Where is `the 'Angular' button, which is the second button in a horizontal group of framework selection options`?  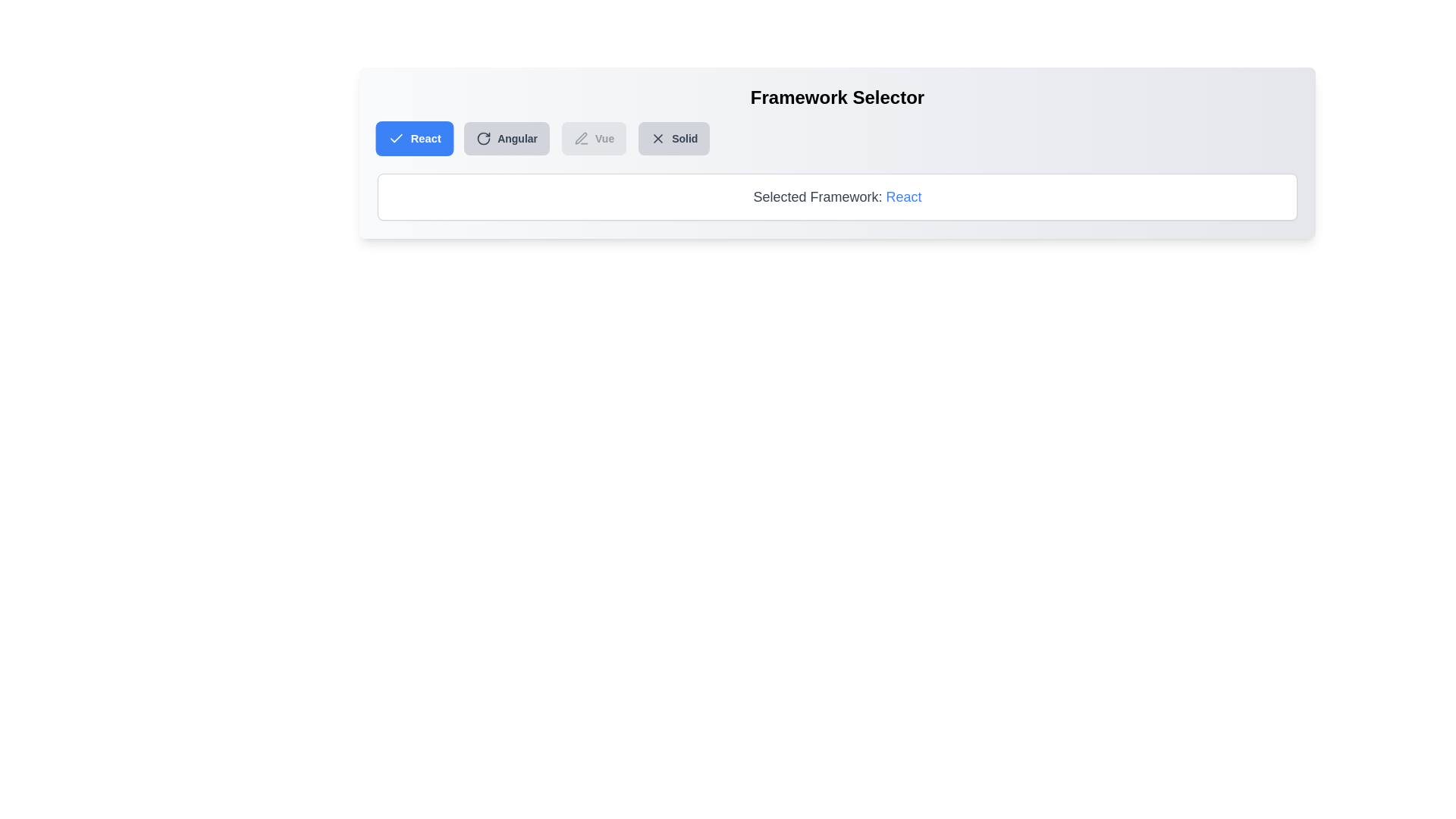 the 'Angular' button, which is the second button in a horizontal group of framework selection options is located at coordinates (507, 138).